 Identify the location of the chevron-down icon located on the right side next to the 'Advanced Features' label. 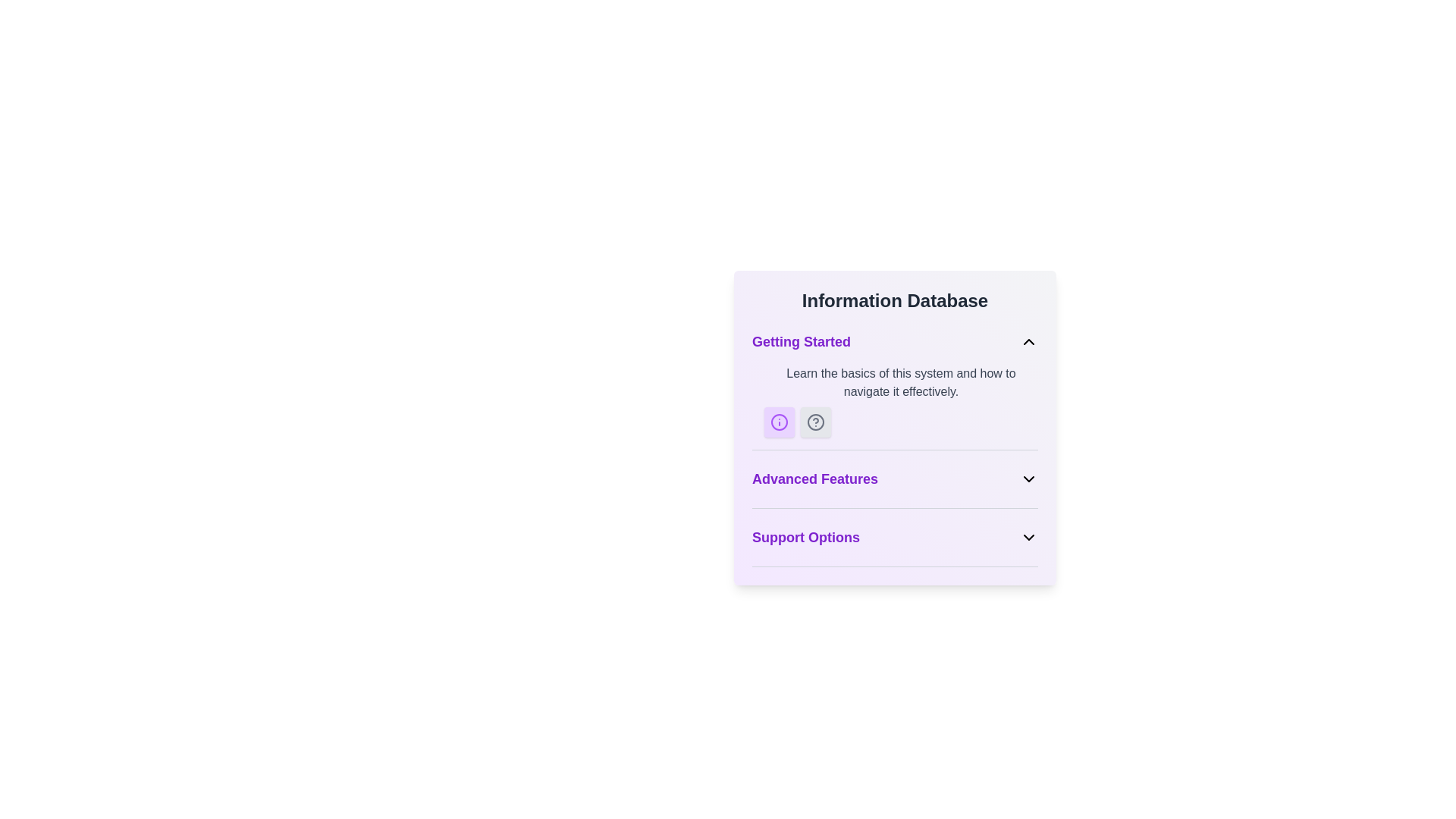
(1029, 479).